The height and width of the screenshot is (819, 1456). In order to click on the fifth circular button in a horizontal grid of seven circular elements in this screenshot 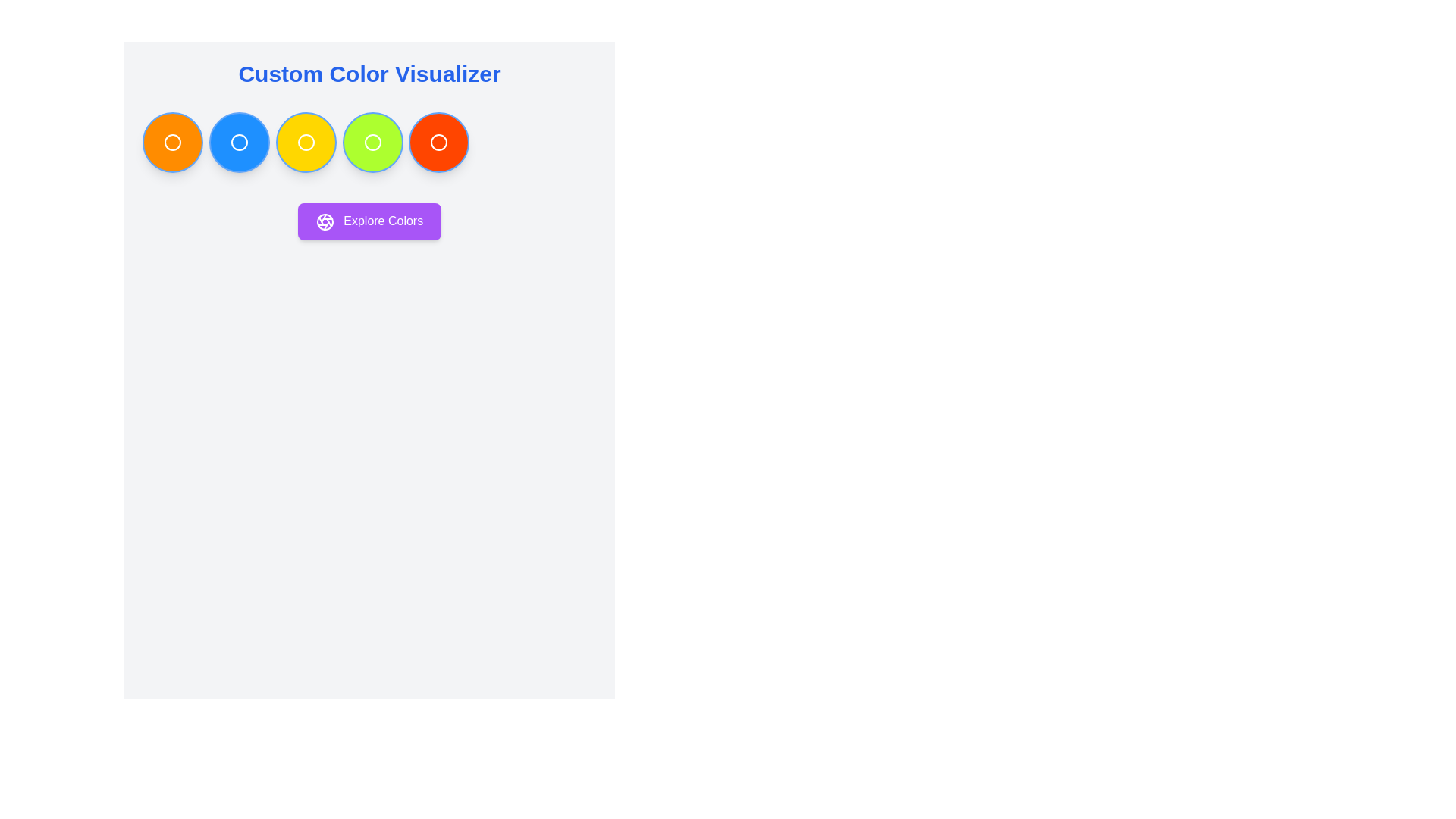, I will do `click(372, 143)`.